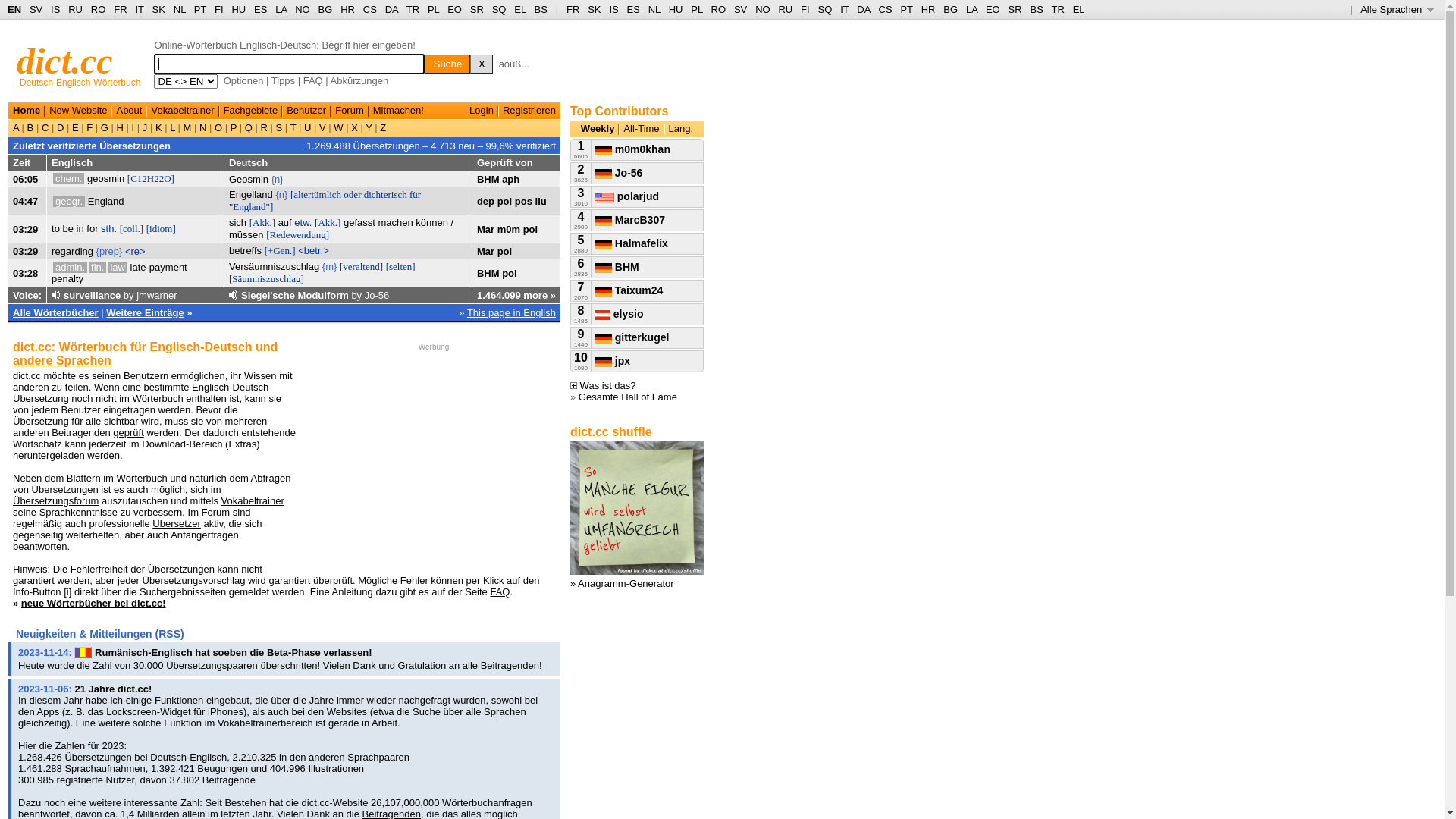  I want to click on 'LA', so click(971, 9).